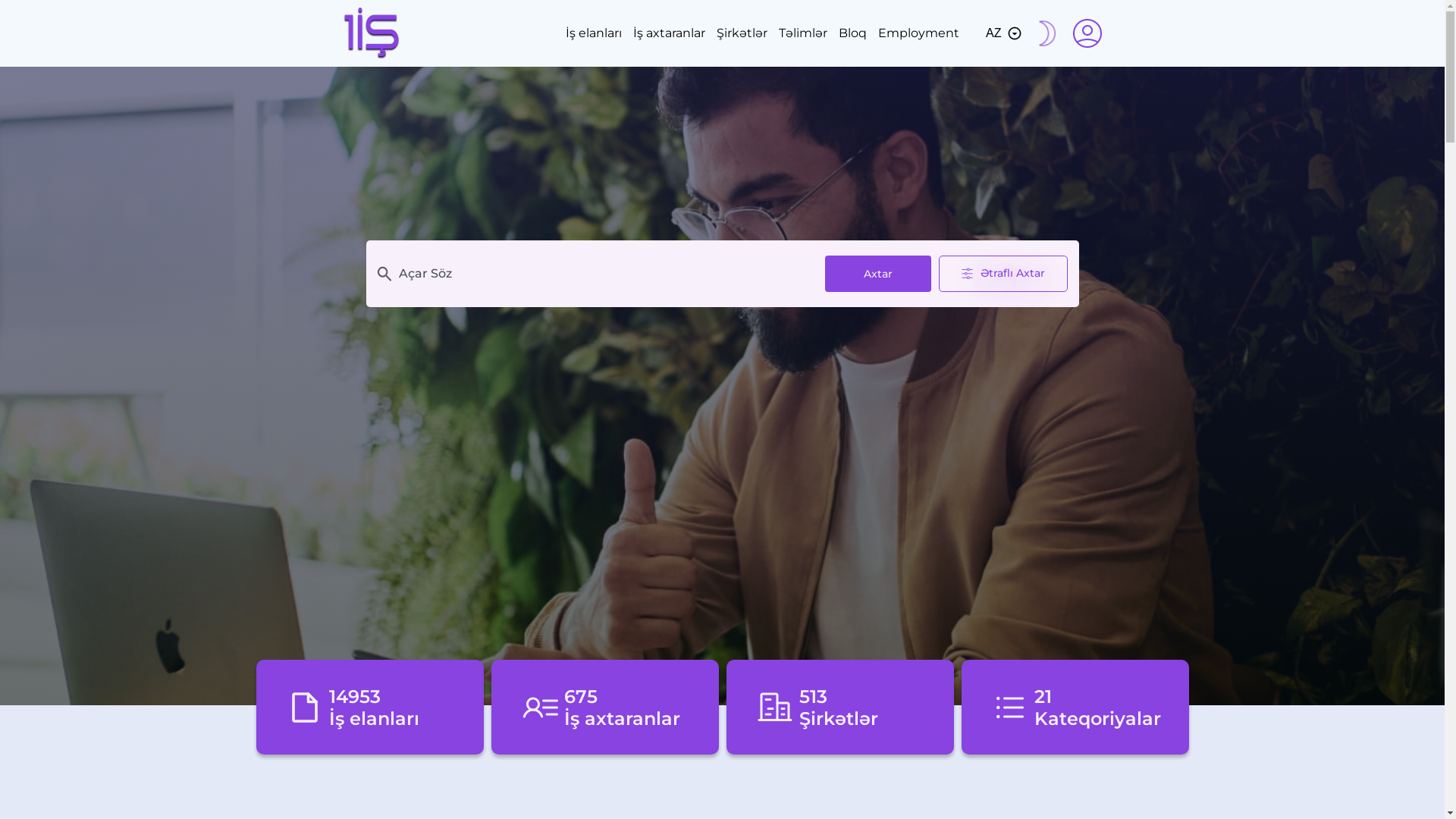 This screenshot has height=819, width=1456. What do you see at coordinates (852, 33) in the screenshot?
I see `'Bloq'` at bounding box center [852, 33].